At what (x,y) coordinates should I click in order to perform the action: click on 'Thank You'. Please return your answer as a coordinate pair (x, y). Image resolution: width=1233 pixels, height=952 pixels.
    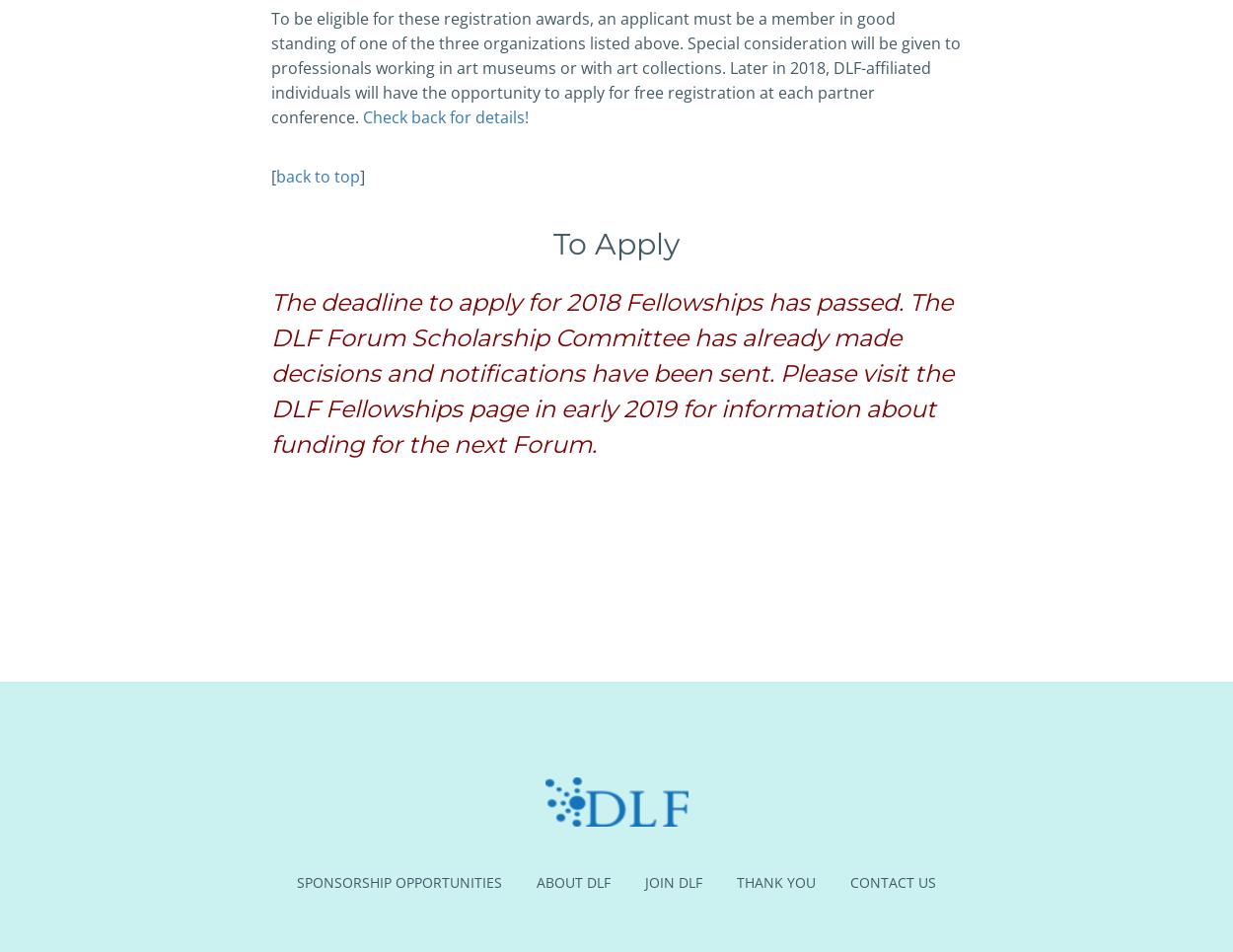
    Looking at the image, I should click on (776, 881).